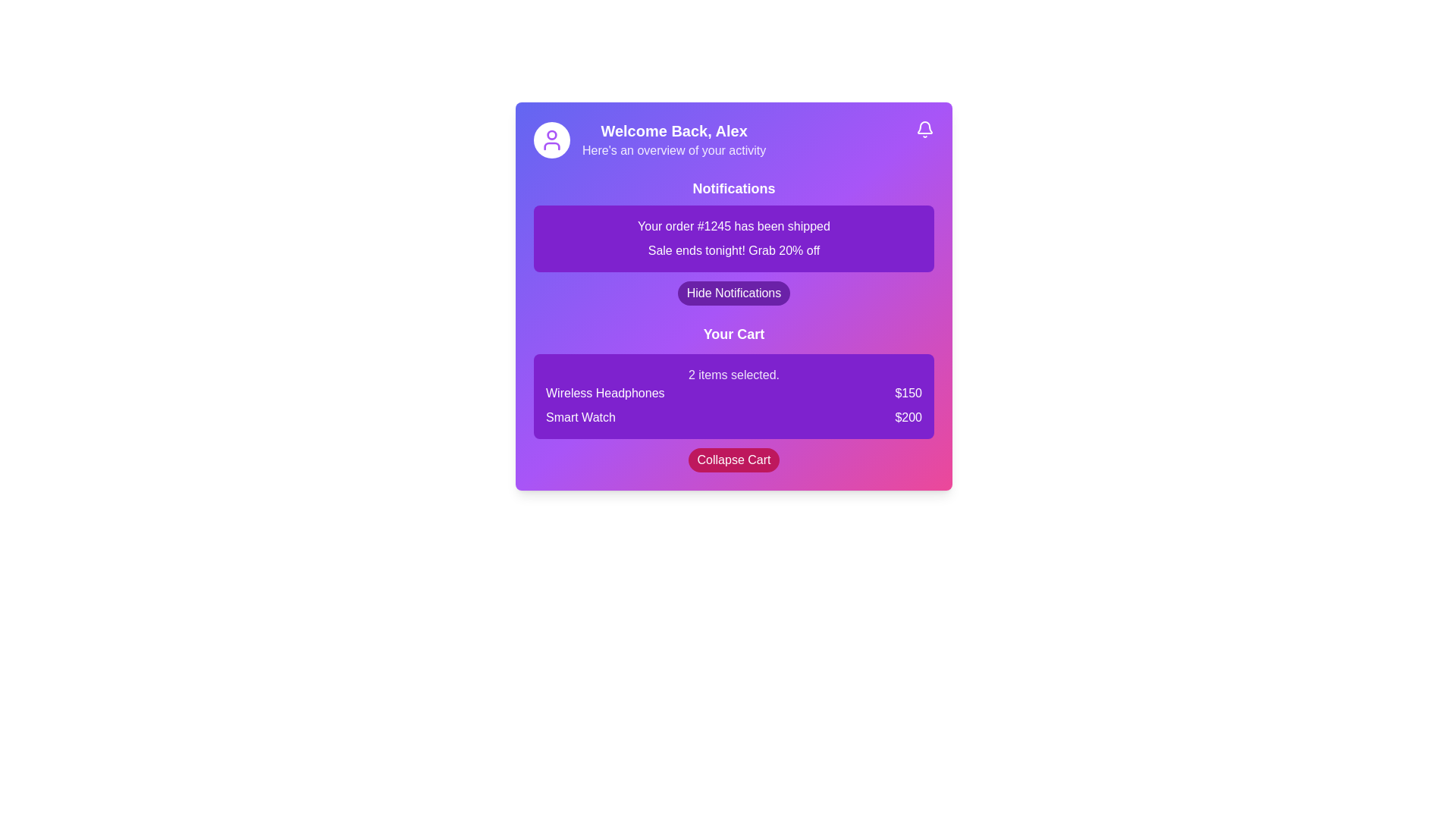  Describe the element at coordinates (734, 227) in the screenshot. I see `the text label that informs the user about the order shipping update for order #1245, located in the notifications card just below the 'Notifications' header` at that location.